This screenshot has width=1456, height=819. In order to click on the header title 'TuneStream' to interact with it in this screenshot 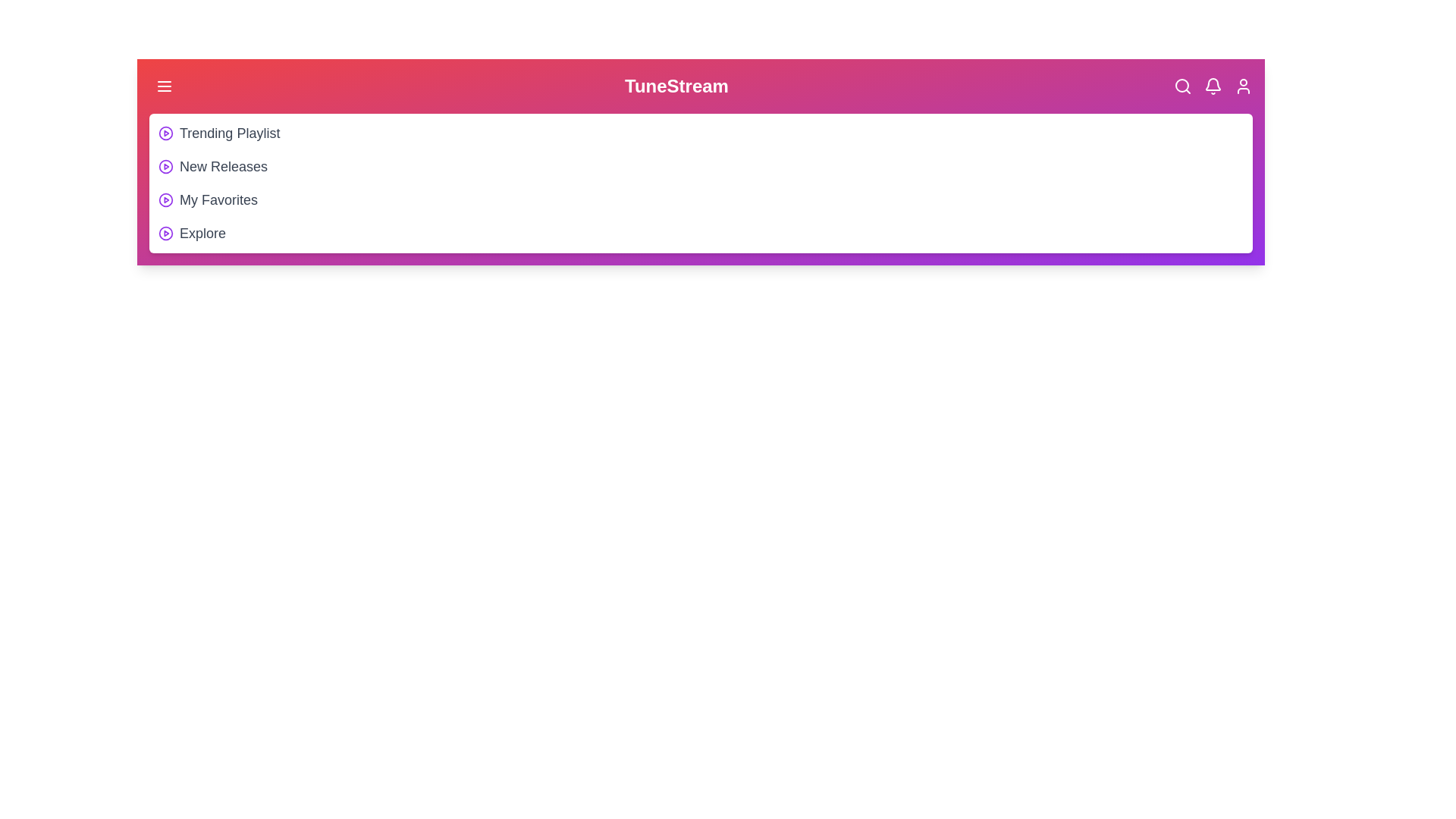, I will do `click(676, 86)`.